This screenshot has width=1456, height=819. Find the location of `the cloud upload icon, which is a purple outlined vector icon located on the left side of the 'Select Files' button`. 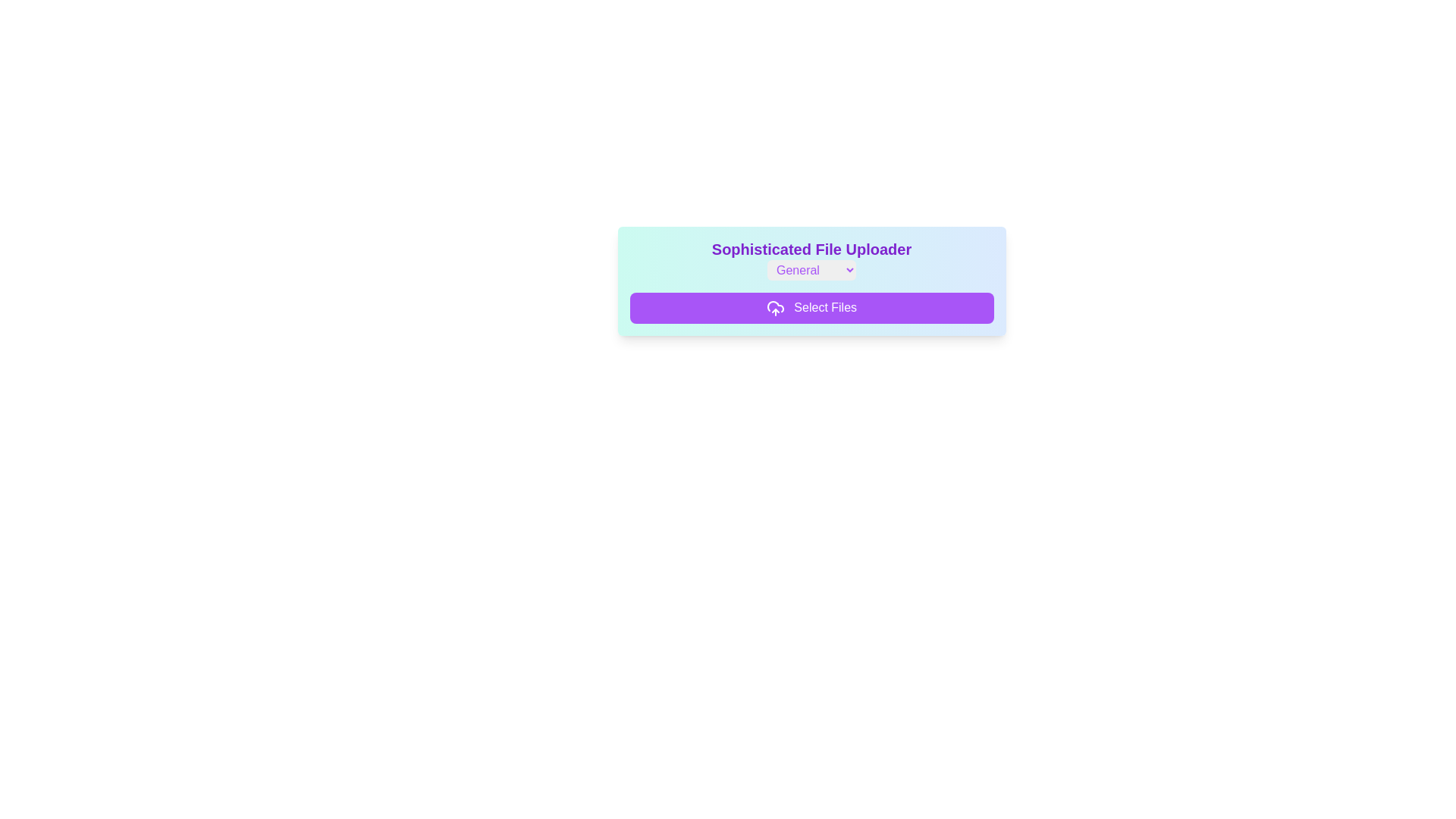

the cloud upload icon, which is a purple outlined vector icon located on the left side of the 'Select Files' button is located at coordinates (775, 307).